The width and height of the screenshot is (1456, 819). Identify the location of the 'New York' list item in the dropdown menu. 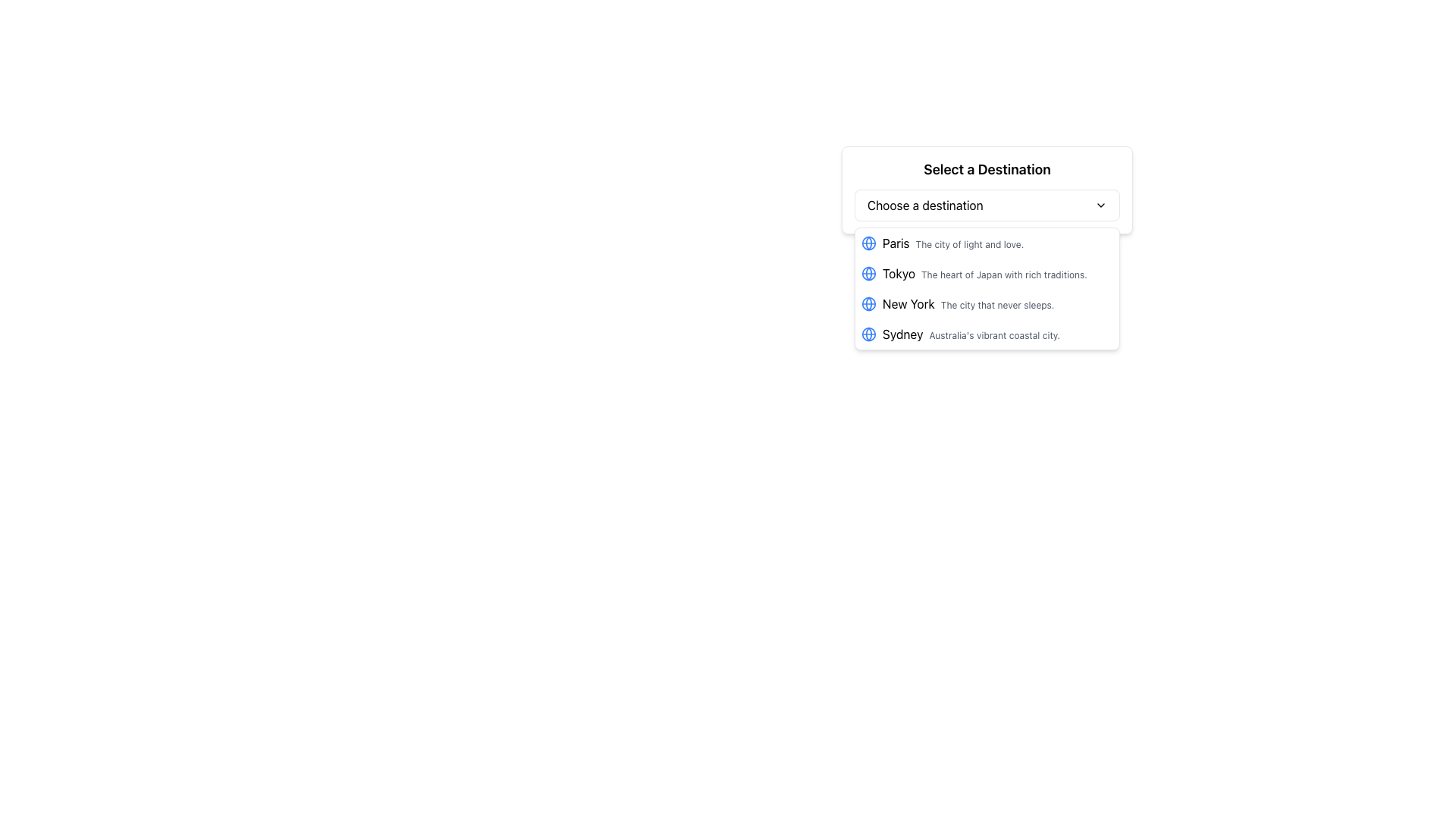
(968, 304).